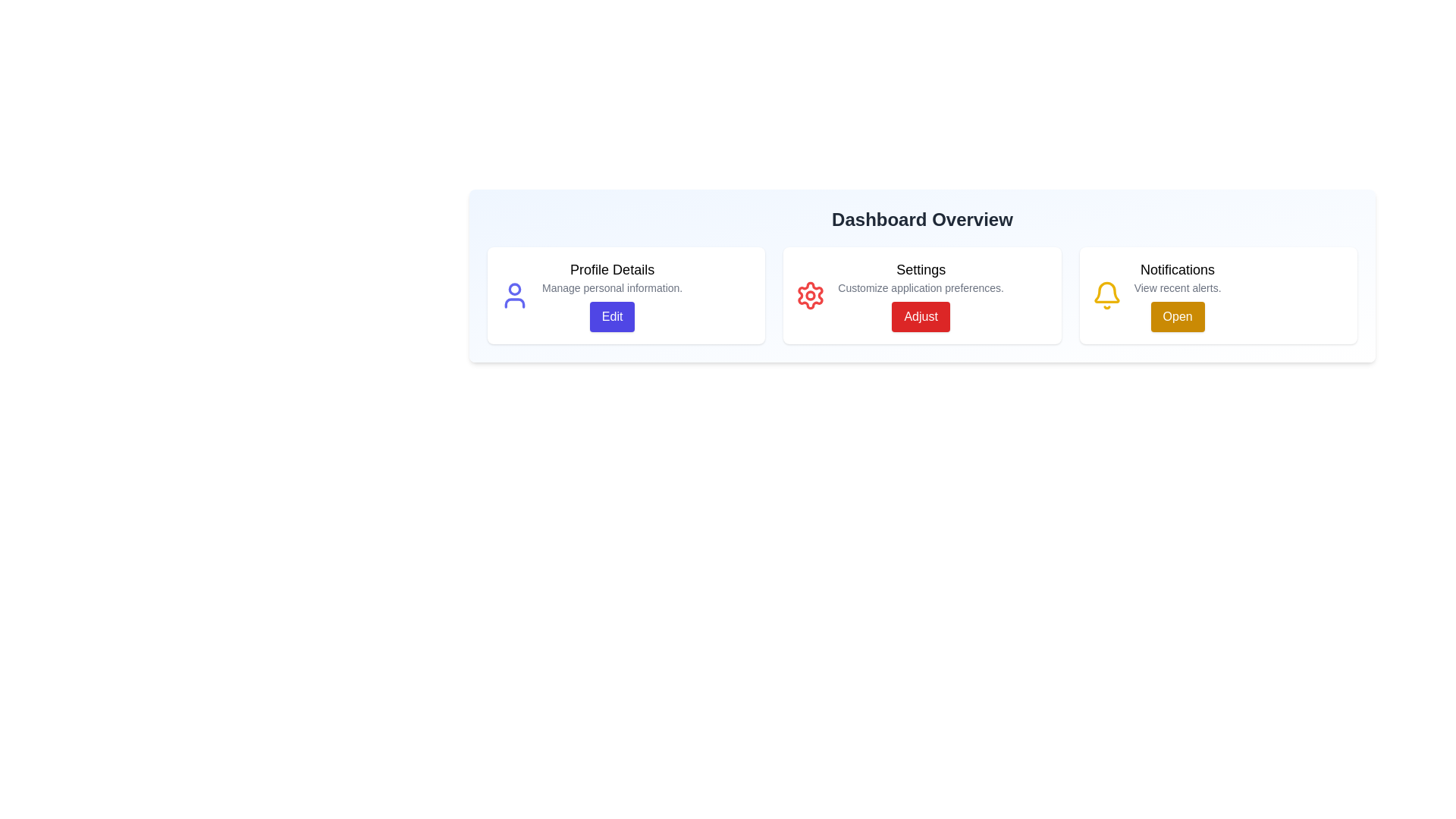 The width and height of the screenshot is (1456, 819). Describe the element at coordinates (1177, 268) in the screenshot. I see `the heading text element that serves as the title for the notification card, positioned at the topmost part of the card` at that location.